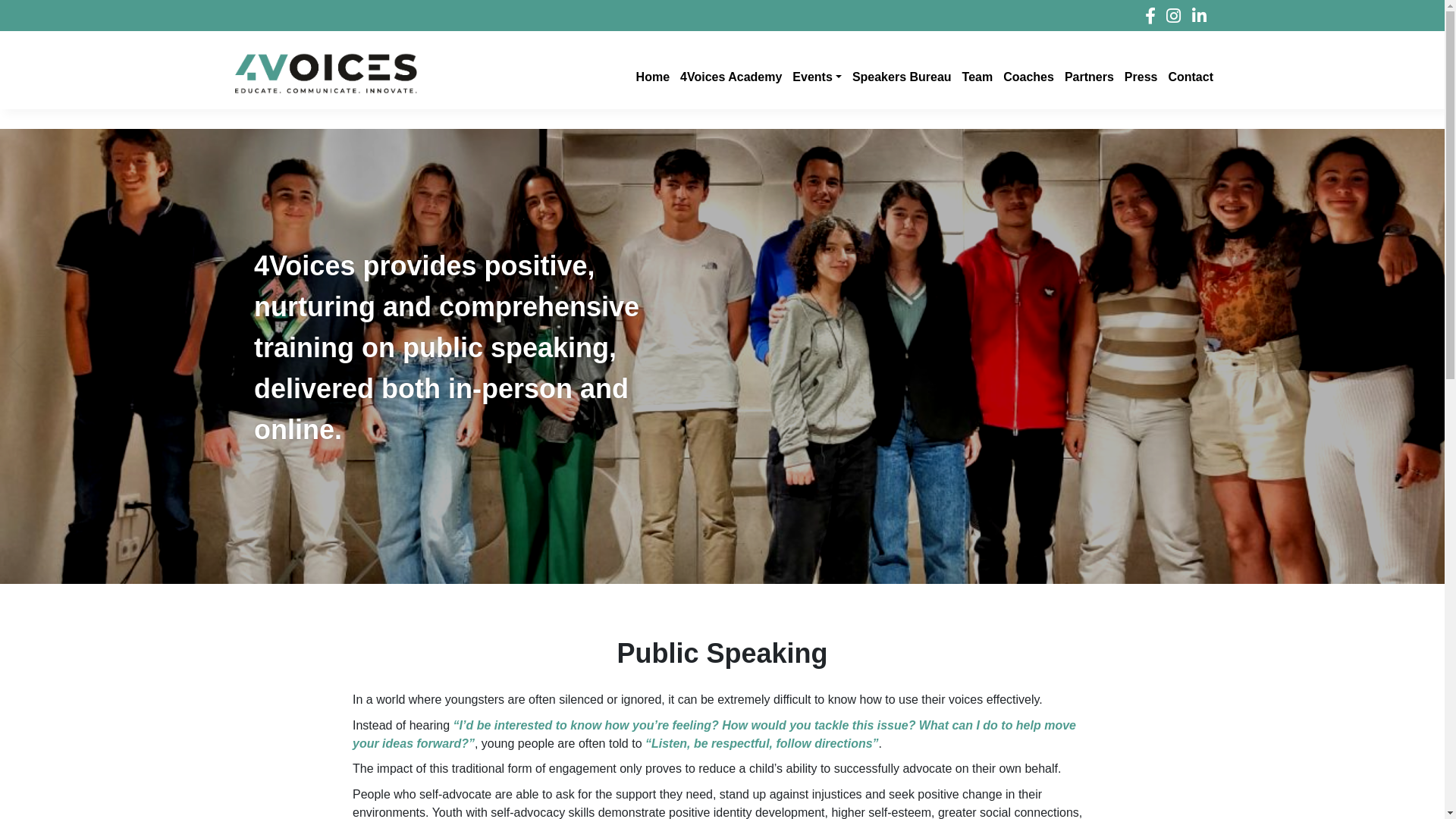 The width and height of the screenshot is (1456, 819). Describe the element at coordinates (976, 74) in the screenshot. I see `'Team'` at that location.